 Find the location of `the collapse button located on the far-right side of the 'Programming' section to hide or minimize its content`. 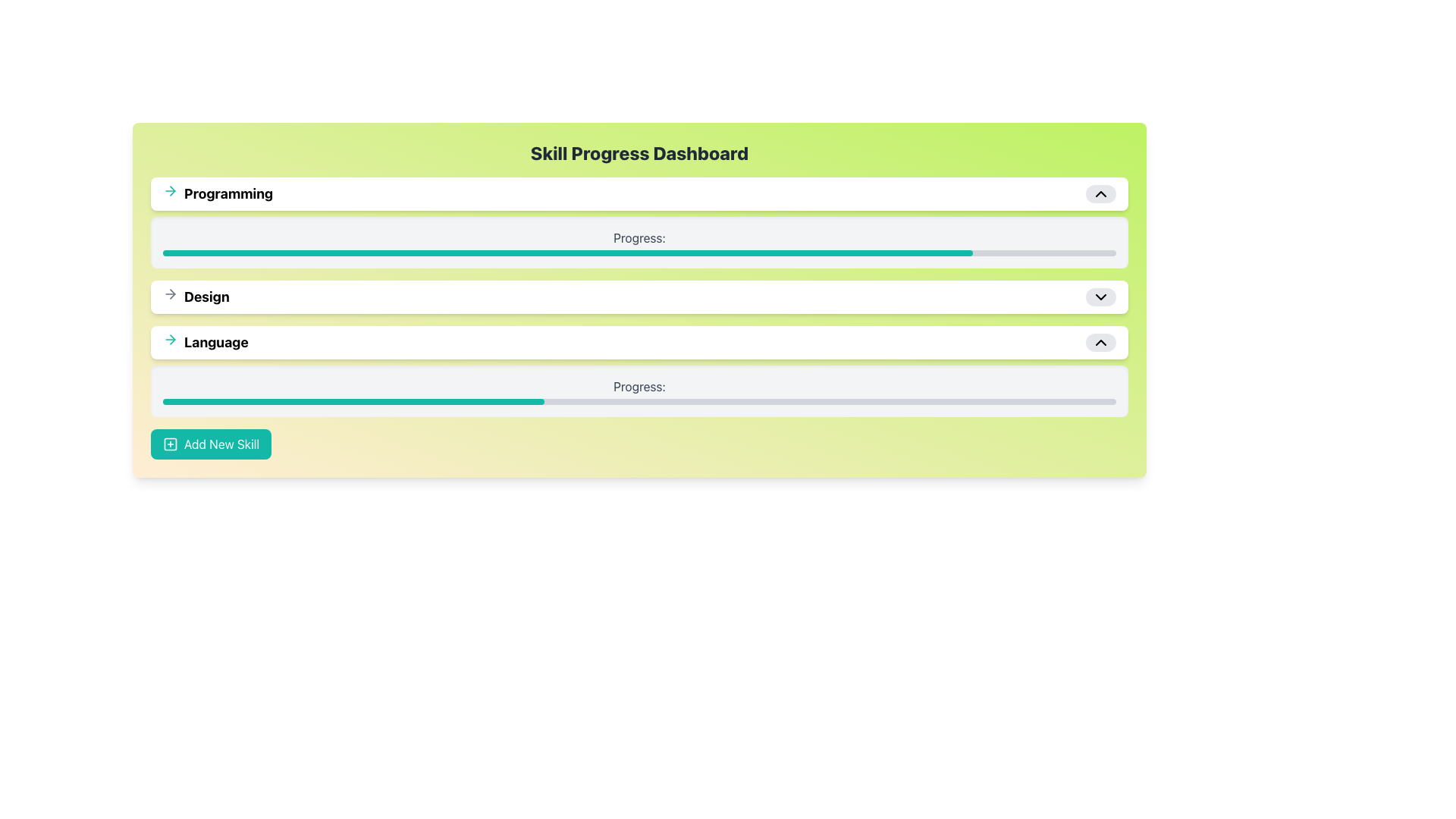

the collapse button located on the far-right side of the 'Programming' section to hide or minimize its content is located at coordinates (1100, 193).